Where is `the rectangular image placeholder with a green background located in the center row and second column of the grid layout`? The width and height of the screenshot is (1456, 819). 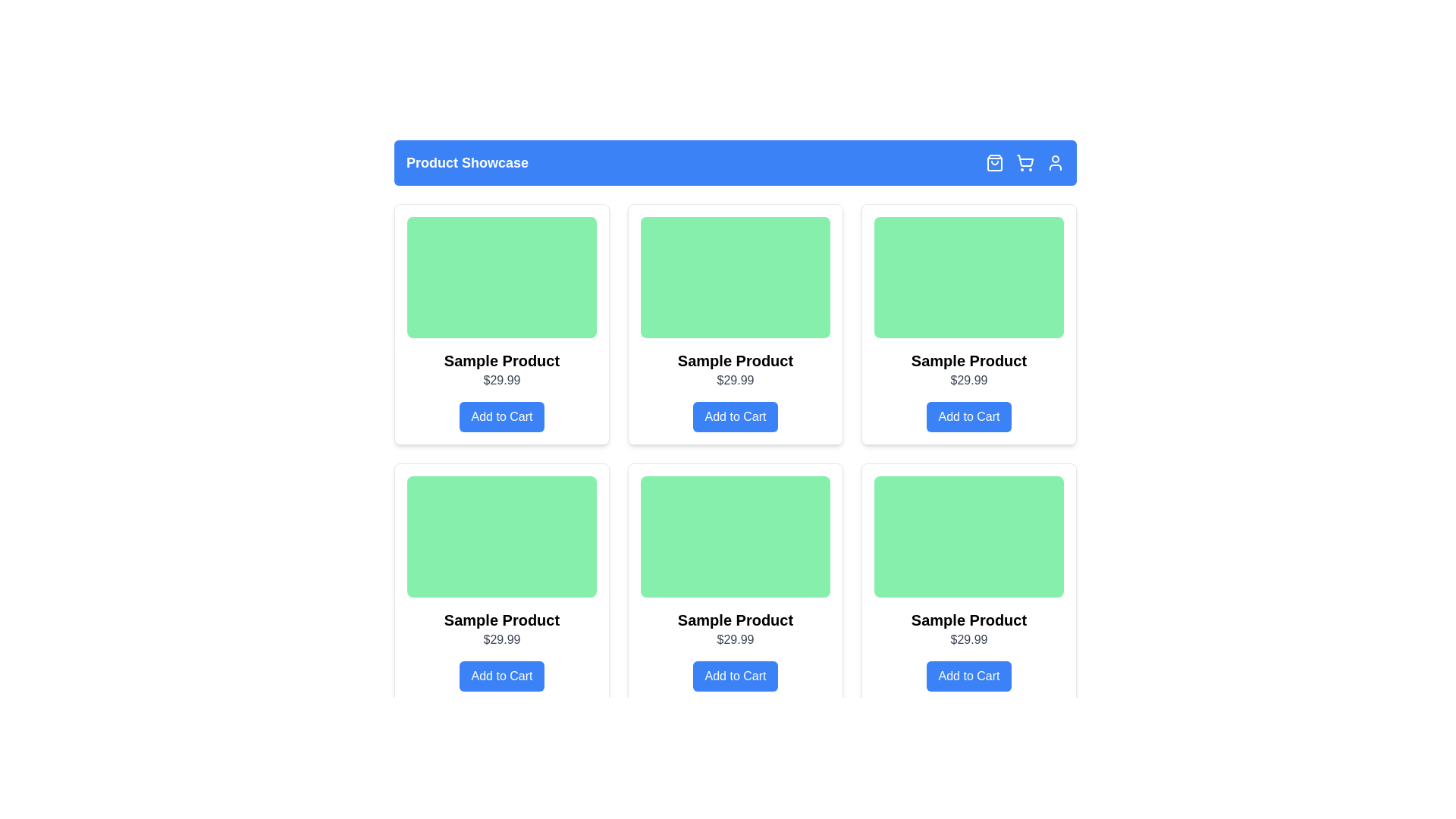
the rectangular image placeholder with a green background located in the center row and second column of the grid layout is located at coordinates (735, 536).